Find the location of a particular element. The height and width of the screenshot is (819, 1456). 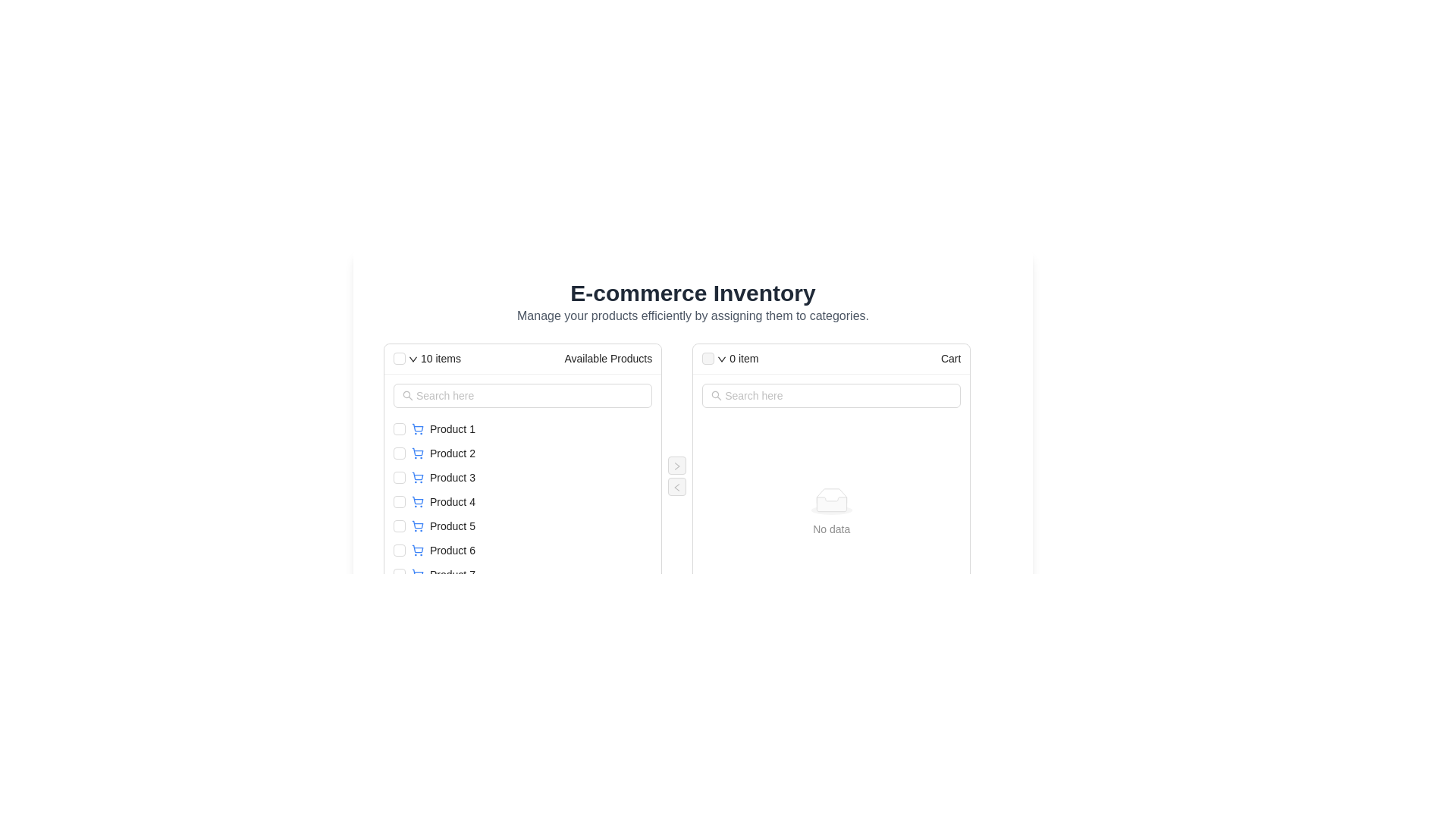

the shopping cart icon, which is a central component of the cart's body within an SVG graphic, located between two circles that represent the cart's wheels is located at coordinates (418, 475).